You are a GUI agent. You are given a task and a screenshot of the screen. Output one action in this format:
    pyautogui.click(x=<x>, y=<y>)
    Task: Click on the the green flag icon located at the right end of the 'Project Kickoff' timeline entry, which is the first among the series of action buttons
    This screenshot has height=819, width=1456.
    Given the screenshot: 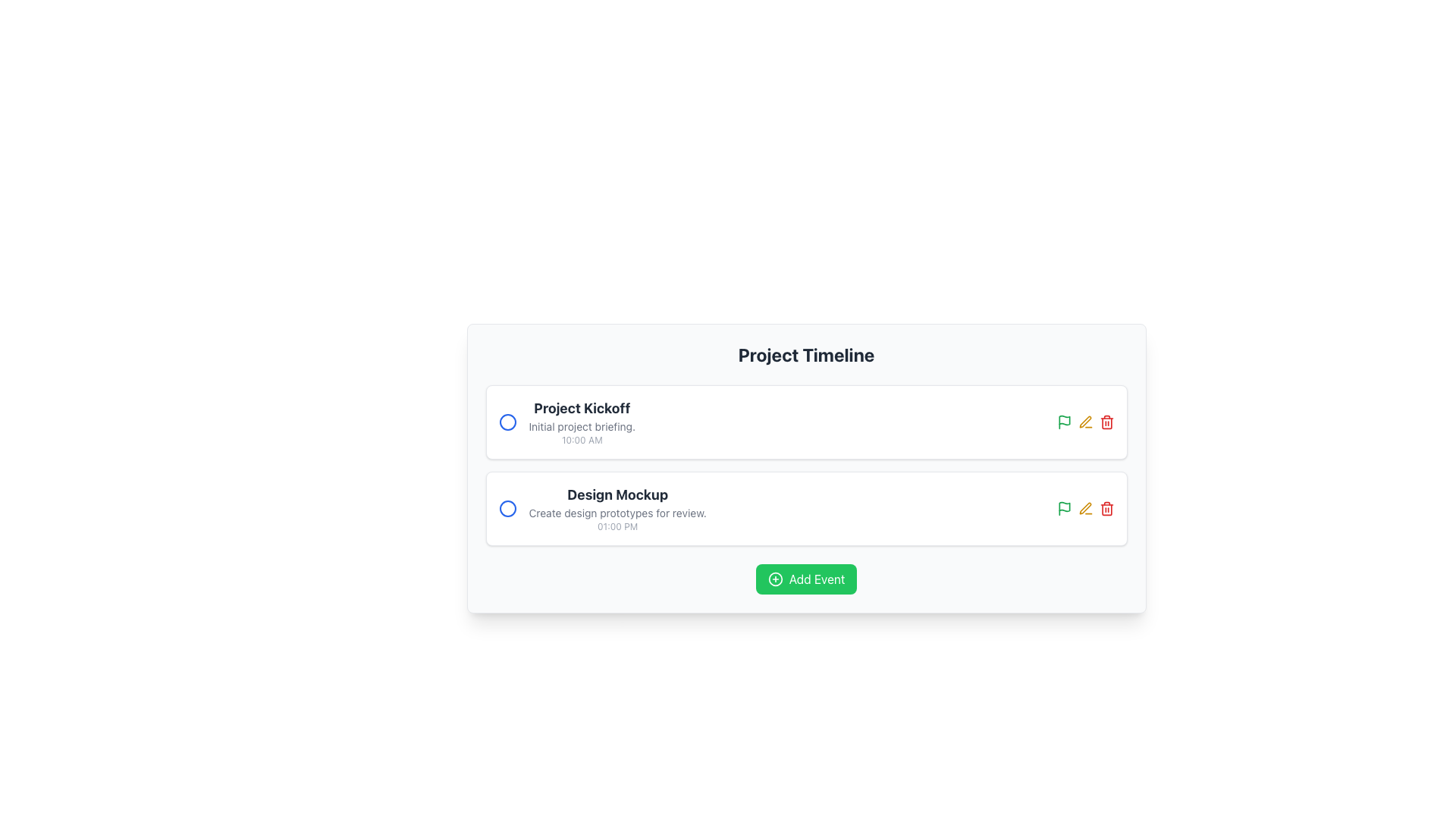 What is the action you would take?
    pyautogui.click(x=1063, y=507)
    